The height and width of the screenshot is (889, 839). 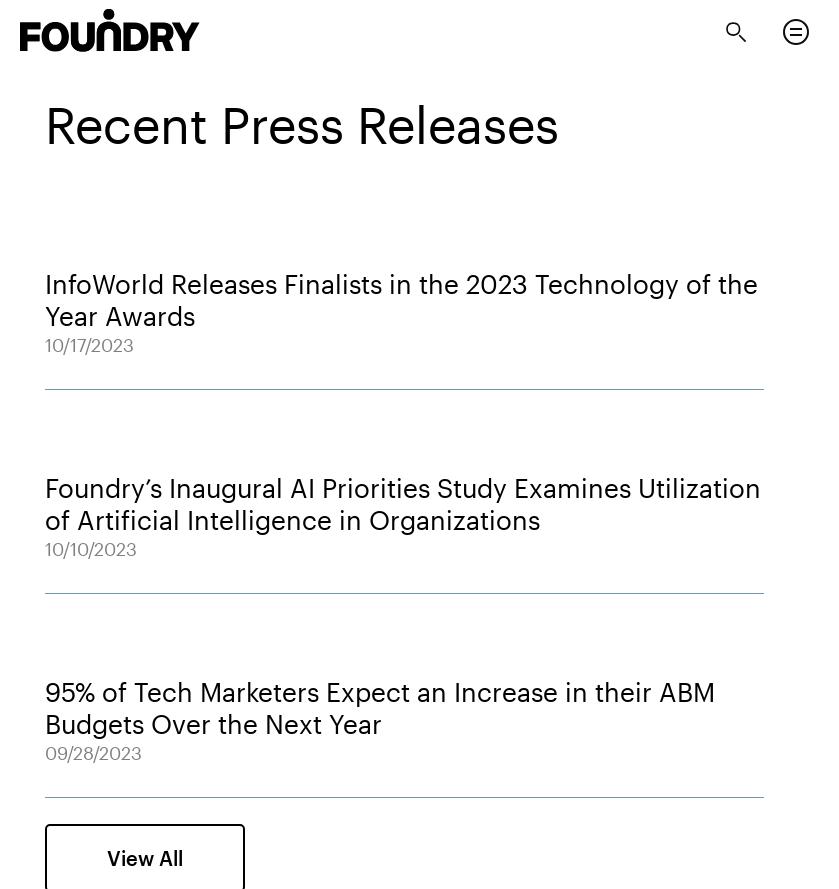 I want to click on 'View All', so click(x=144, y=855).